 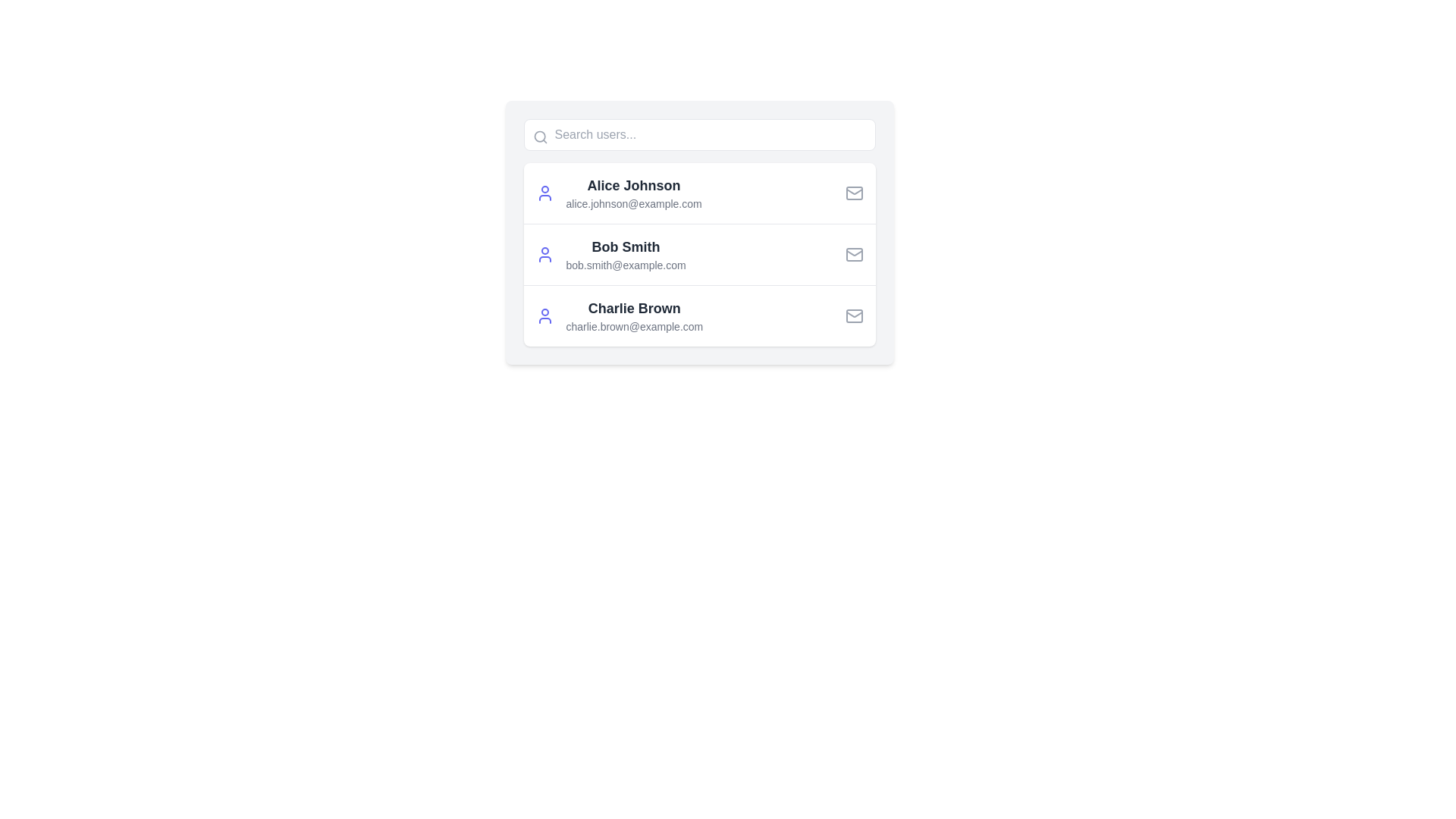 I want to click on the inner circular part of the magnifying glass icon that represents the search function, located to the left of the input field labeled 'Search users...', so click(x=539, y=136).